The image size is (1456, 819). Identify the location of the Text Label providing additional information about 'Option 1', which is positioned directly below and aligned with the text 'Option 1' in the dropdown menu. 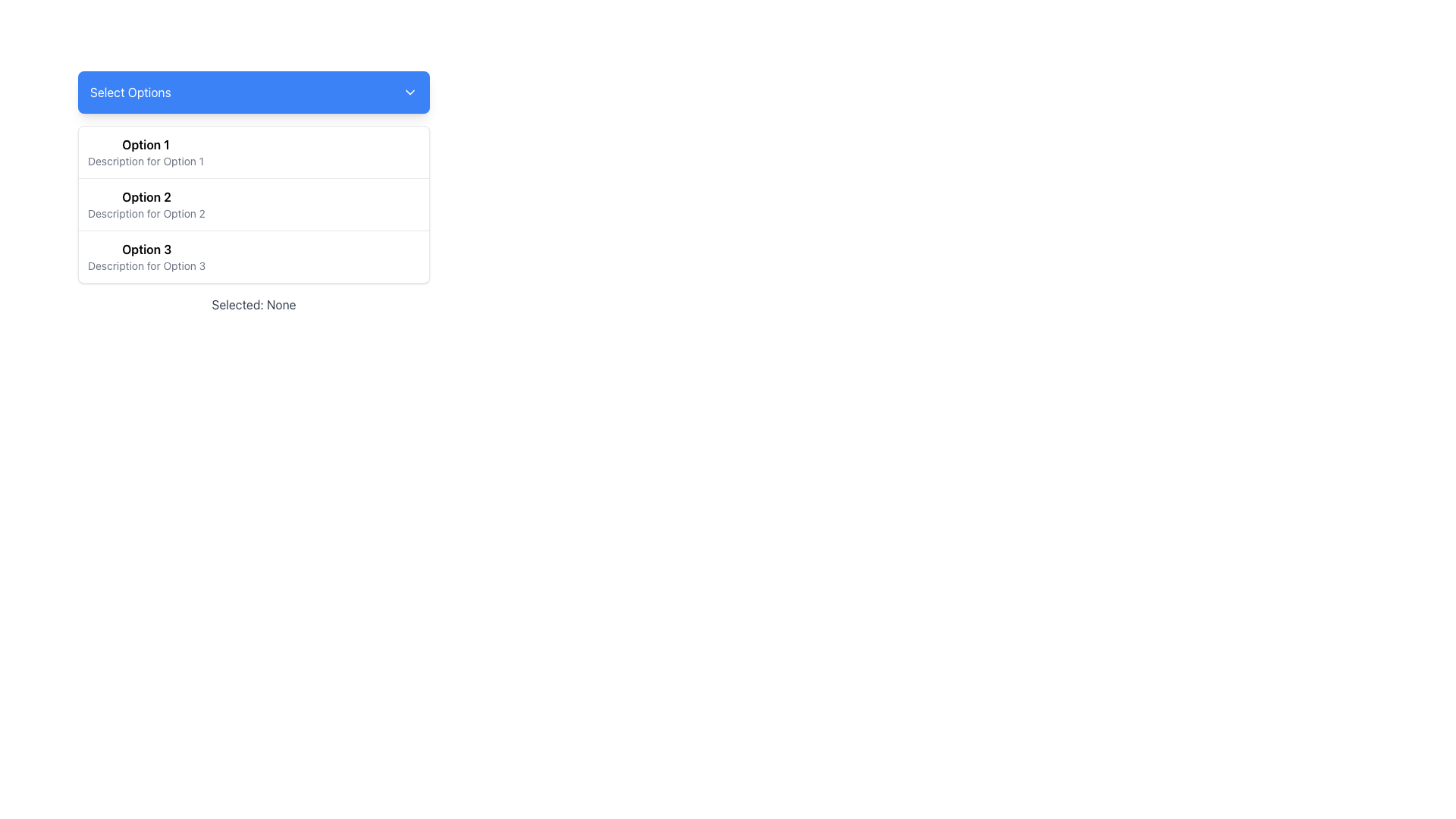
(146, 161).